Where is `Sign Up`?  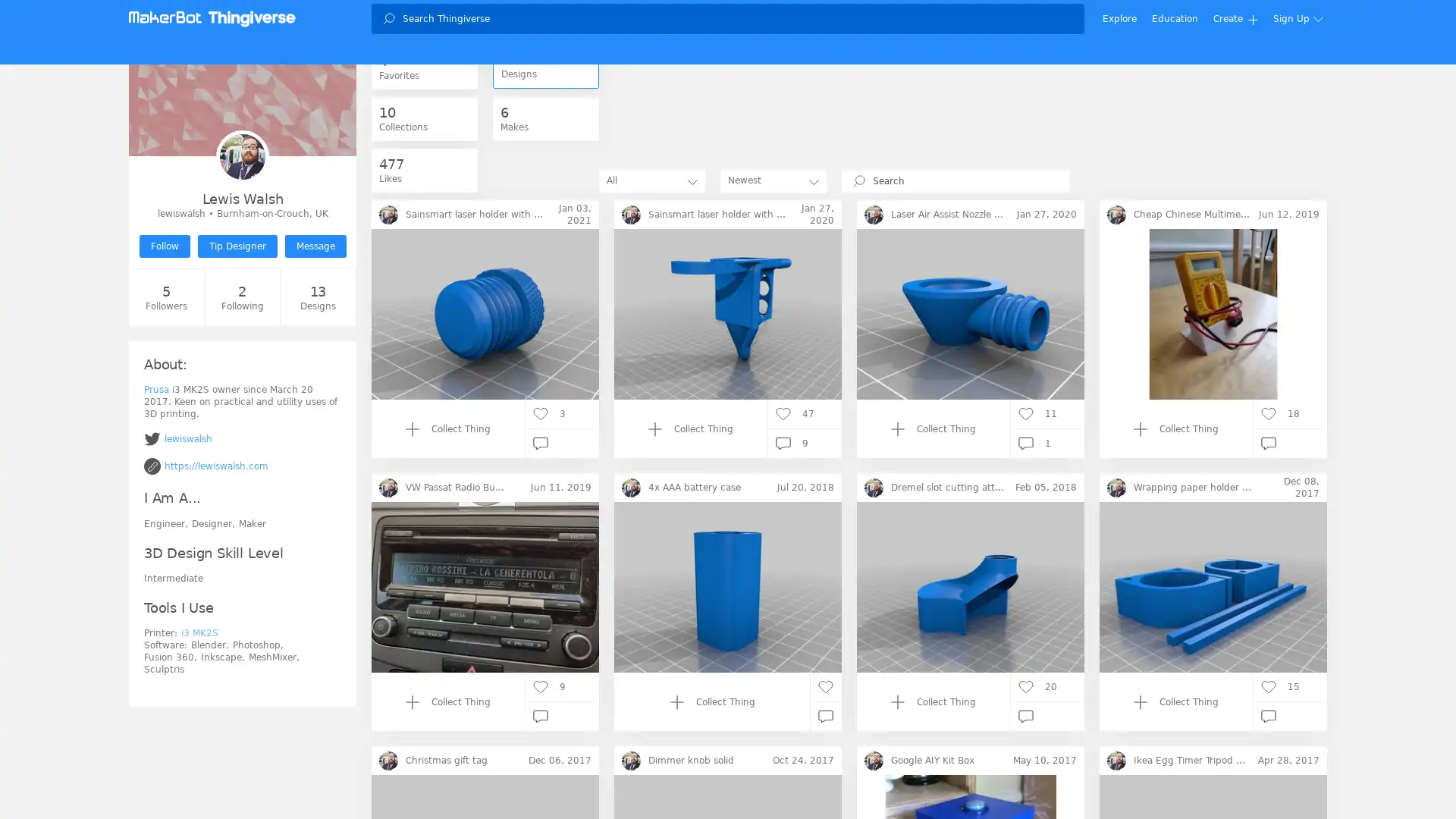
Sign Up is located at coordinates (1299, 18).